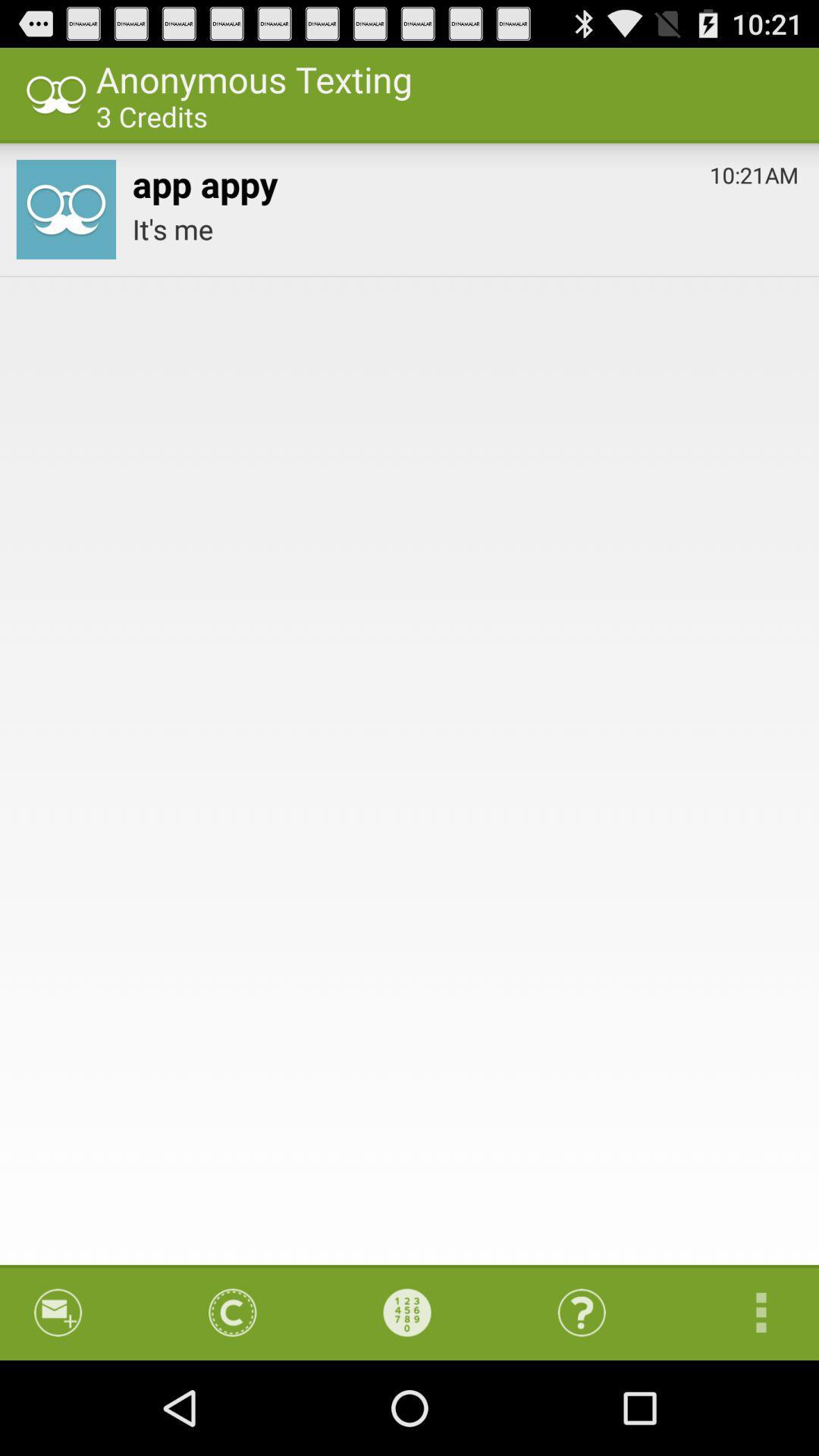 This screenshot has height=1456, width=819. What do you see at coordinates (464, 228) in the screenshot?
I see `the app at the top` at bounding box center [464, 228].